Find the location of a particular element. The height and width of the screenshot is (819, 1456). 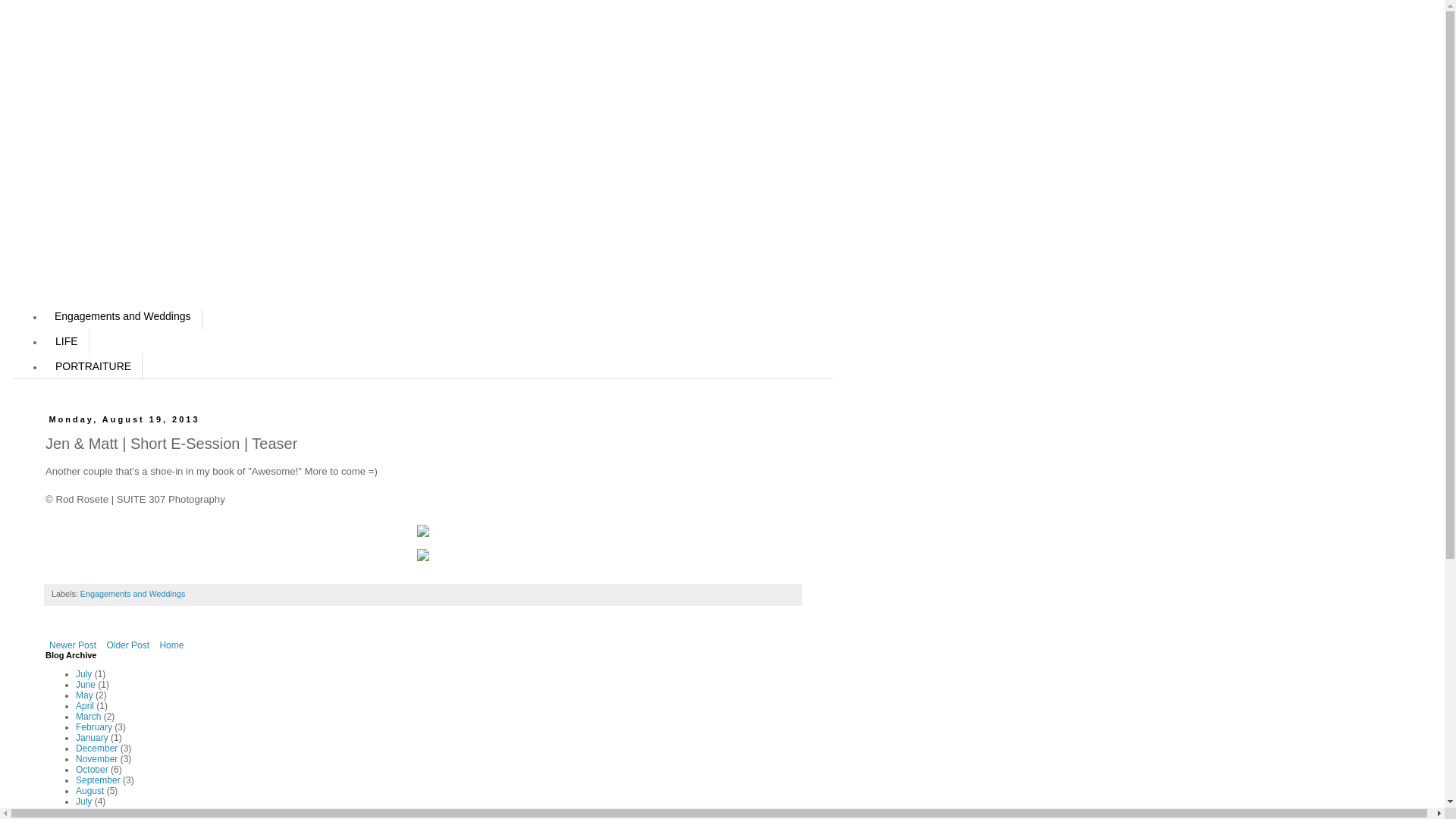

'September' is located at coordinates (75, 780).